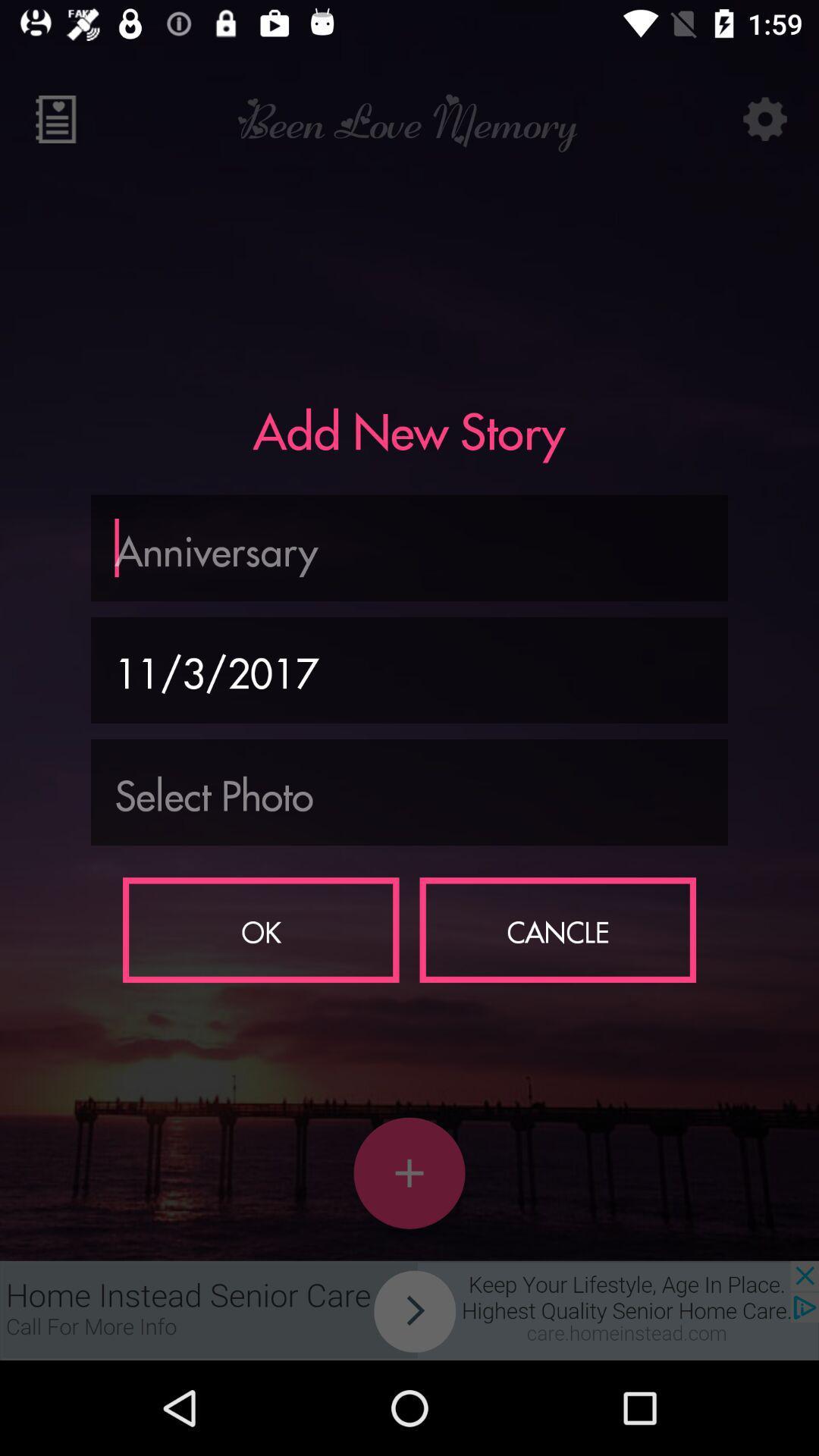  I want to click on anniversary, so click(409, 547).